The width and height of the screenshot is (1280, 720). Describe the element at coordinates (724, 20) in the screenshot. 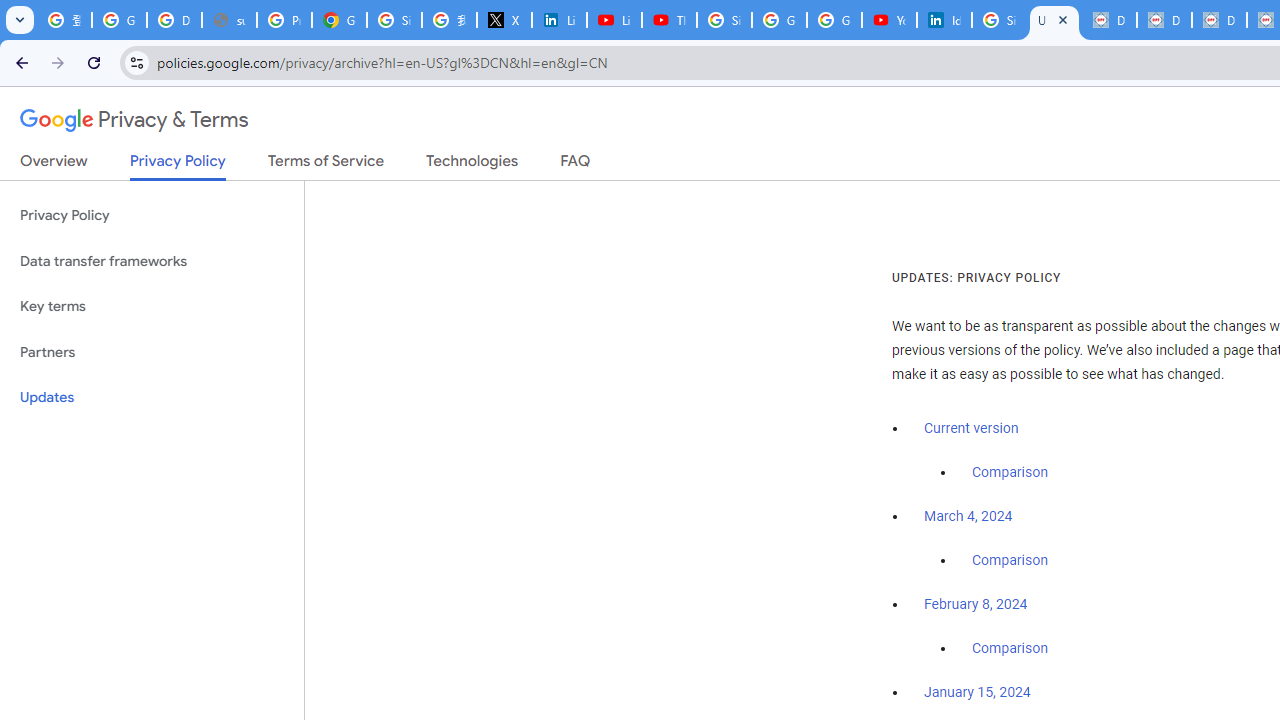

I see `'Sign in - Google Accounts'` at that location.